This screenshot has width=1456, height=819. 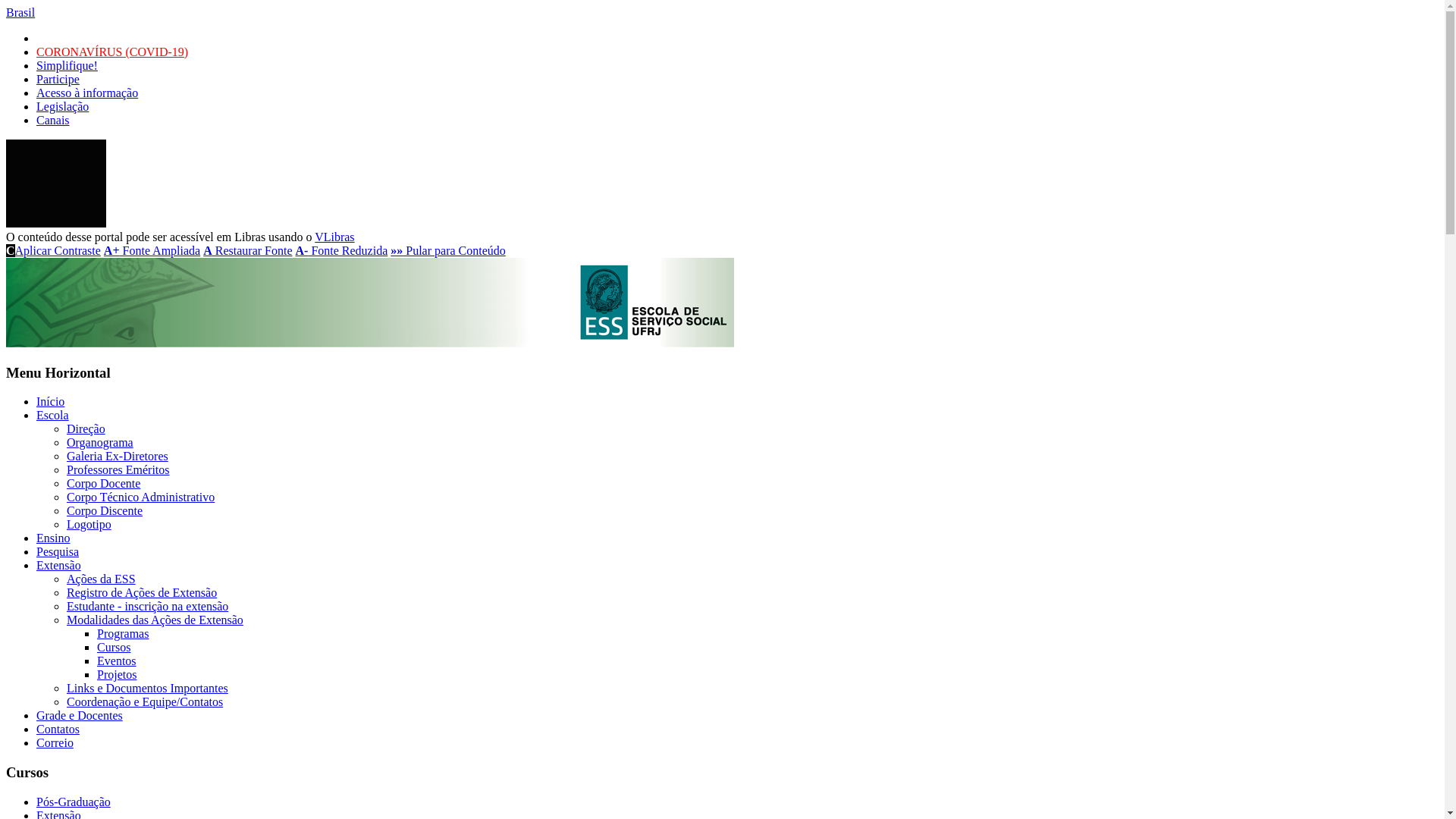 What do you see at coordinates (152, 249) in the screenshot?
I see `'A+ Fonte Ampliada'` at bounding box center [152, 249].